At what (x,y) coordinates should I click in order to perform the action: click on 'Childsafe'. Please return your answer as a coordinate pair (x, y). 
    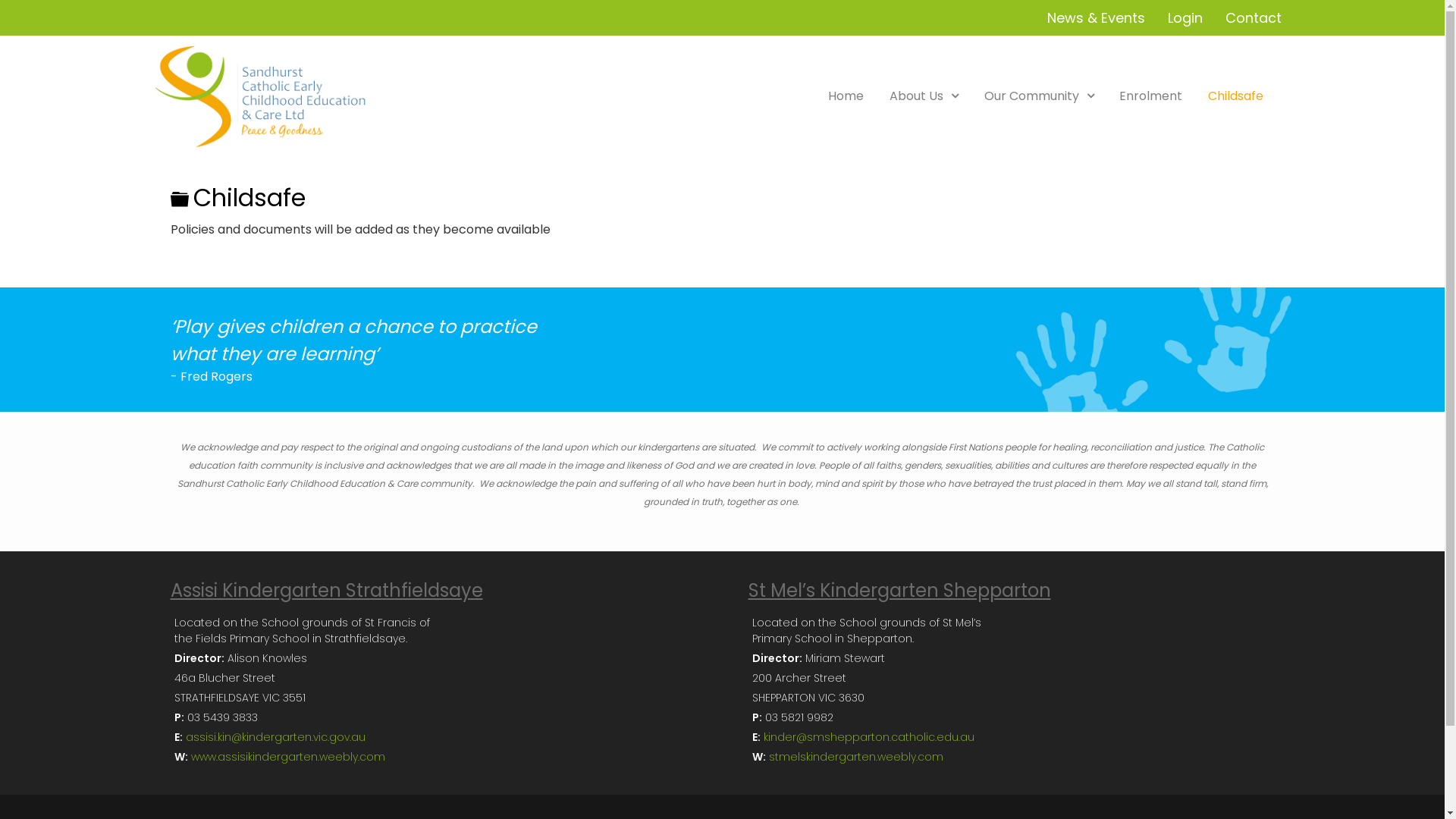
    Looking at the image, I should click on (1235, 96).